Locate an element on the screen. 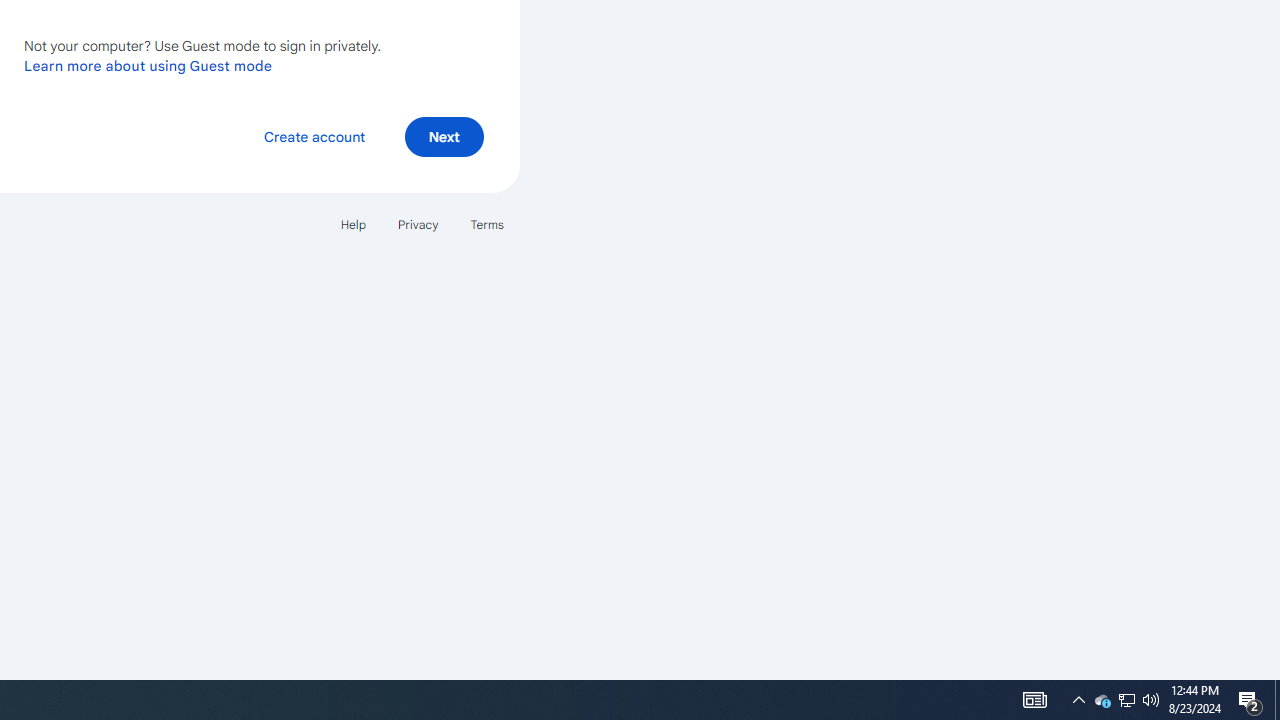 Image resolution: width=1280 pixels, height=720 pixels. 'Learn more about using Guest mode' is located at coordinates (147, 64).